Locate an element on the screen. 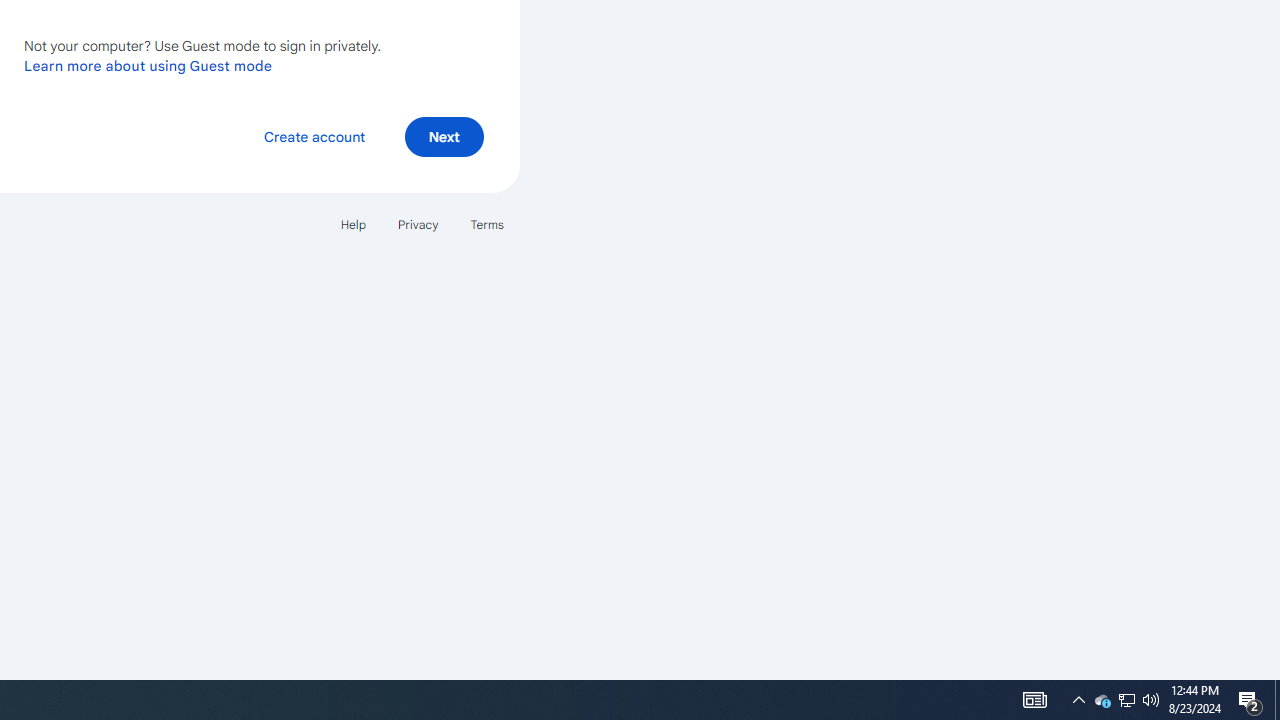 Image resolution: width=1280 pixels, height=720 pixels. 'Learn more about using Guest mode' is located at coordinates (147, 64).